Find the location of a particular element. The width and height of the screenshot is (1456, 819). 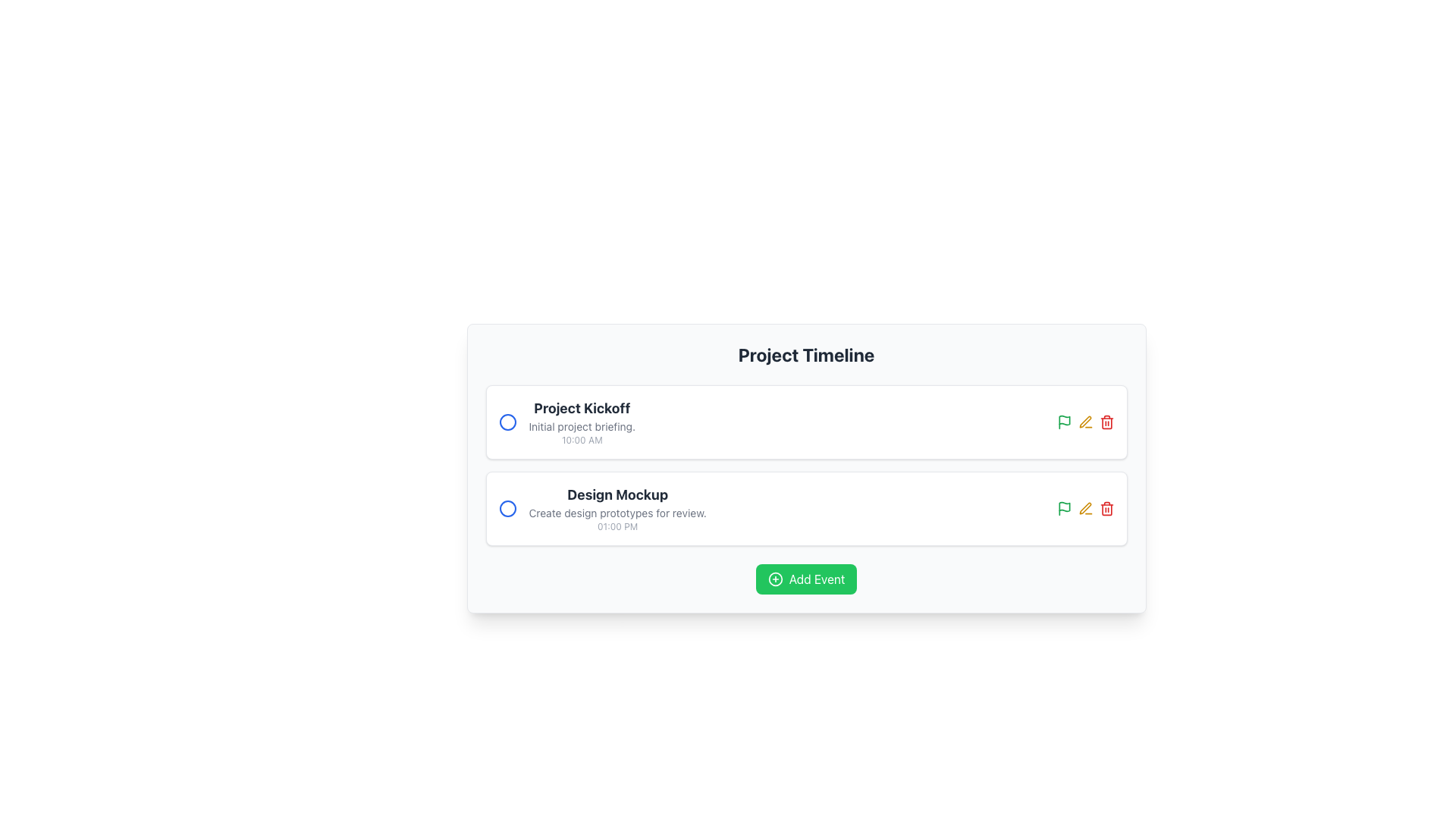

text content of the text label that reads 'Design Mockup', styled with a bold and large font size, located in the center area of a timeline event card below 'Project Kickoff' is located at coordinates (617, 494).